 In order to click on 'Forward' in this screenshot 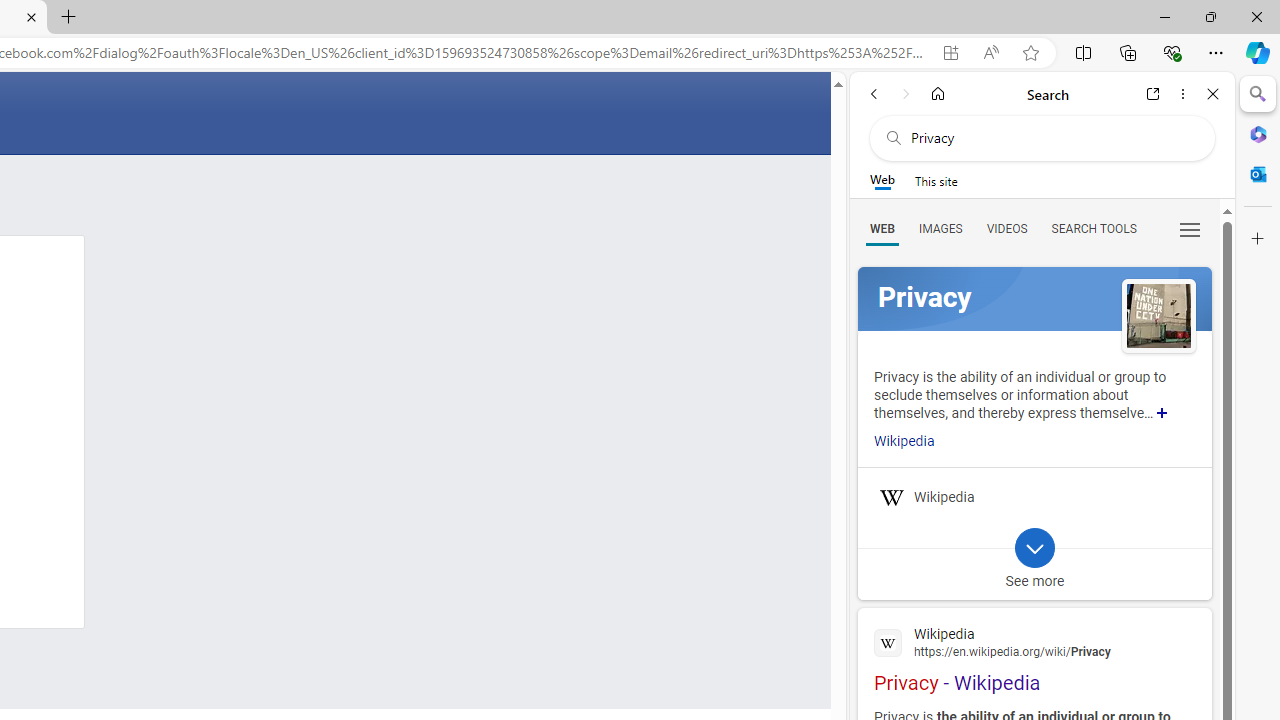, I will do `click(905, 93)`.